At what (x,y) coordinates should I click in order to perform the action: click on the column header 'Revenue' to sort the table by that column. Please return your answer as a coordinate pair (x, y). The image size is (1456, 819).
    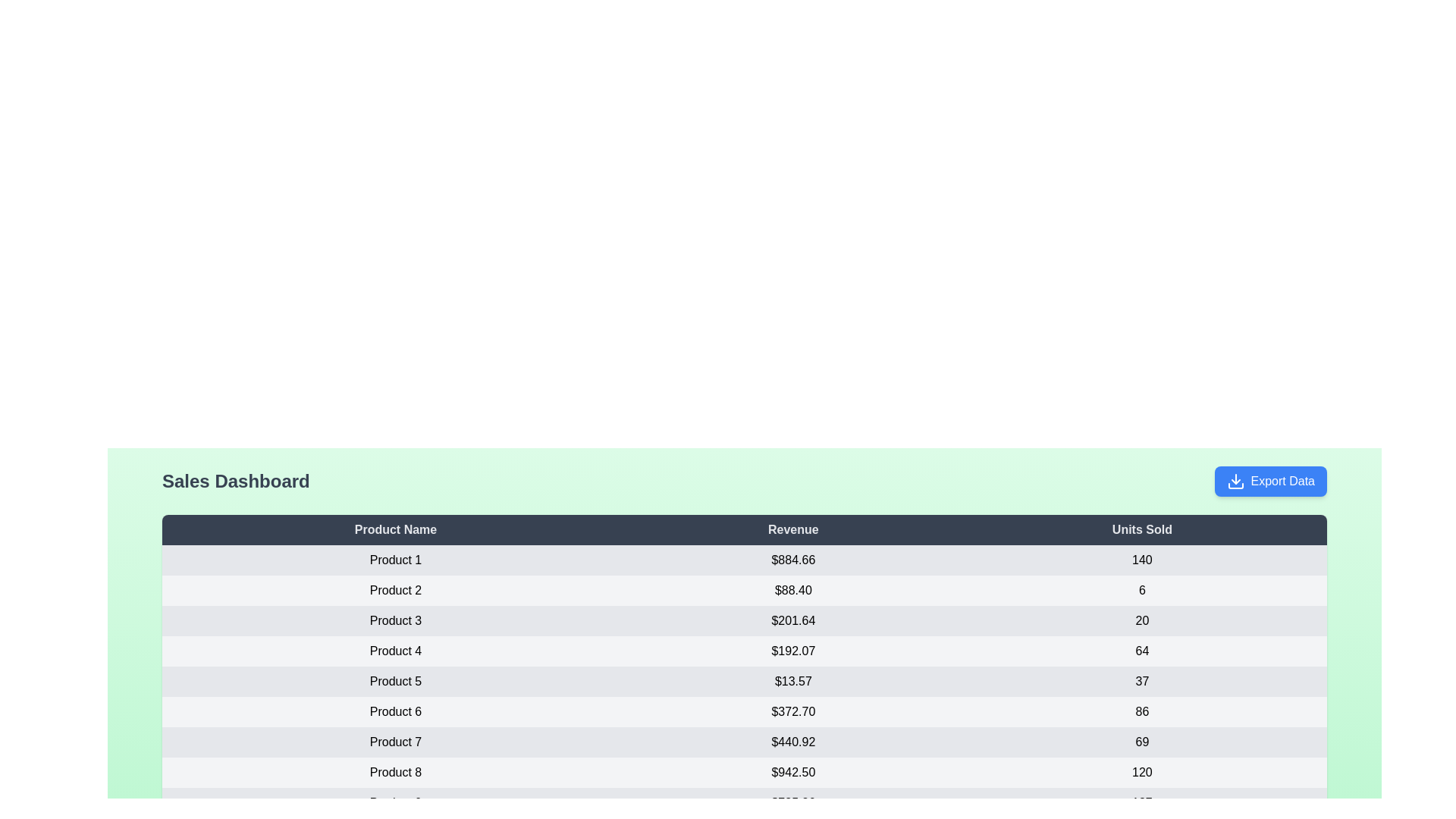
    Looking at the image, I should click on (792, 529).